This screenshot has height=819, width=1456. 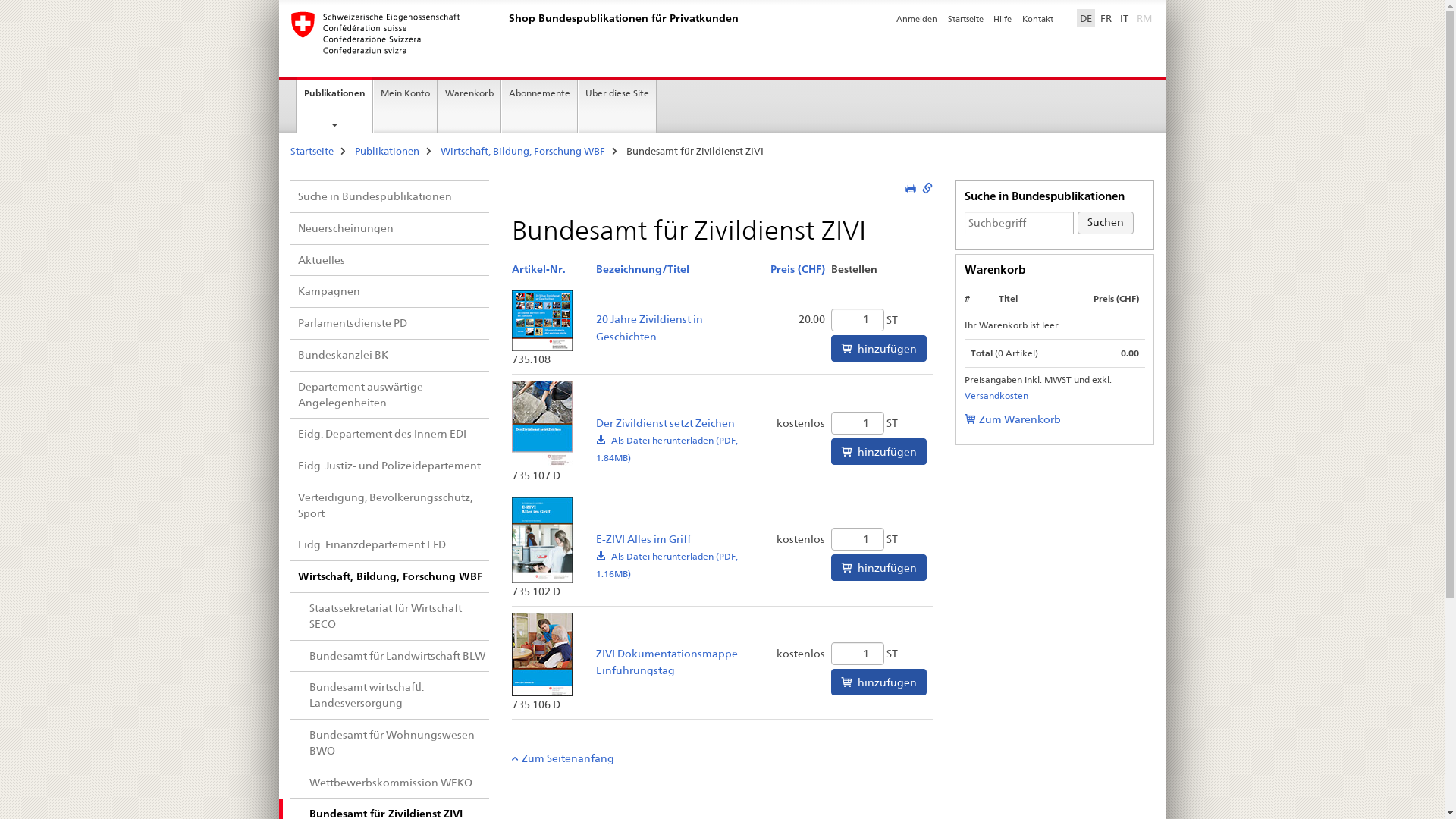 I want to click on 'Aktuelles', so click(x=290, y=259).